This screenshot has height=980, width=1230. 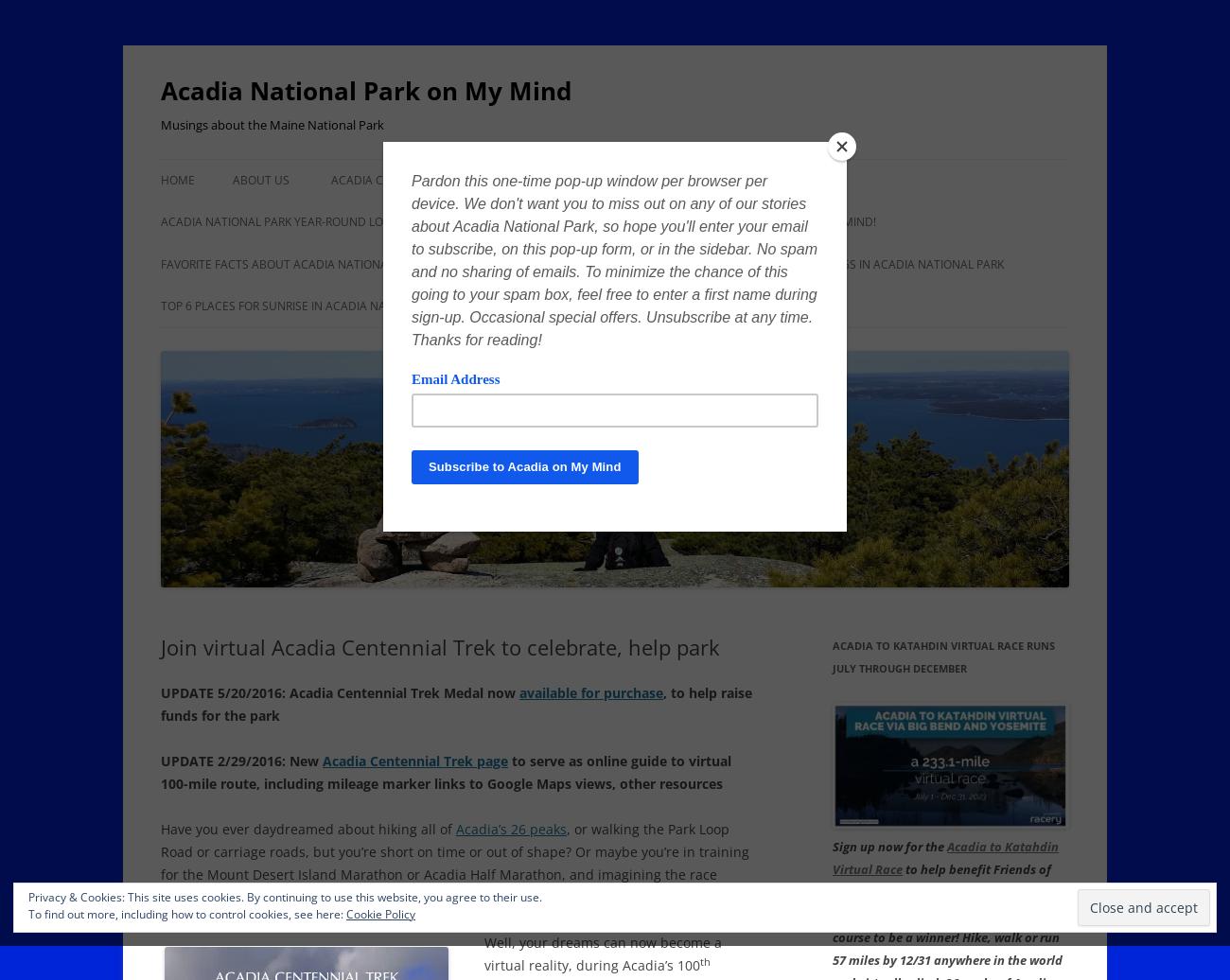 I want to click on 'Ask Acadia on My Mind!', so click(x=805, y=221).